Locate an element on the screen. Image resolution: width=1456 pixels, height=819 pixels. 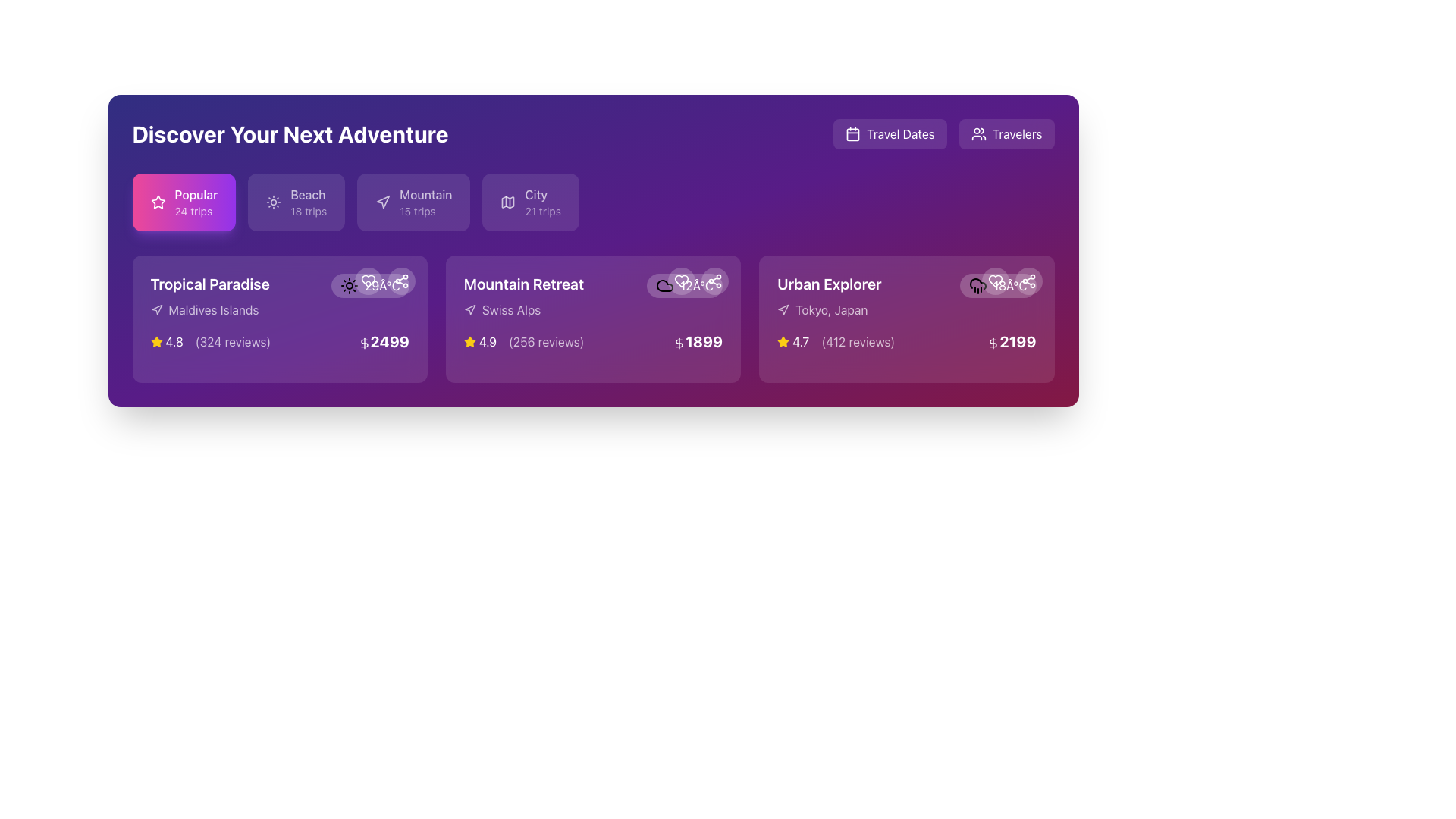
the button with a purple background, labeled 'Travelers', featuring an icon of two people is located at coordinates (1006, 133).